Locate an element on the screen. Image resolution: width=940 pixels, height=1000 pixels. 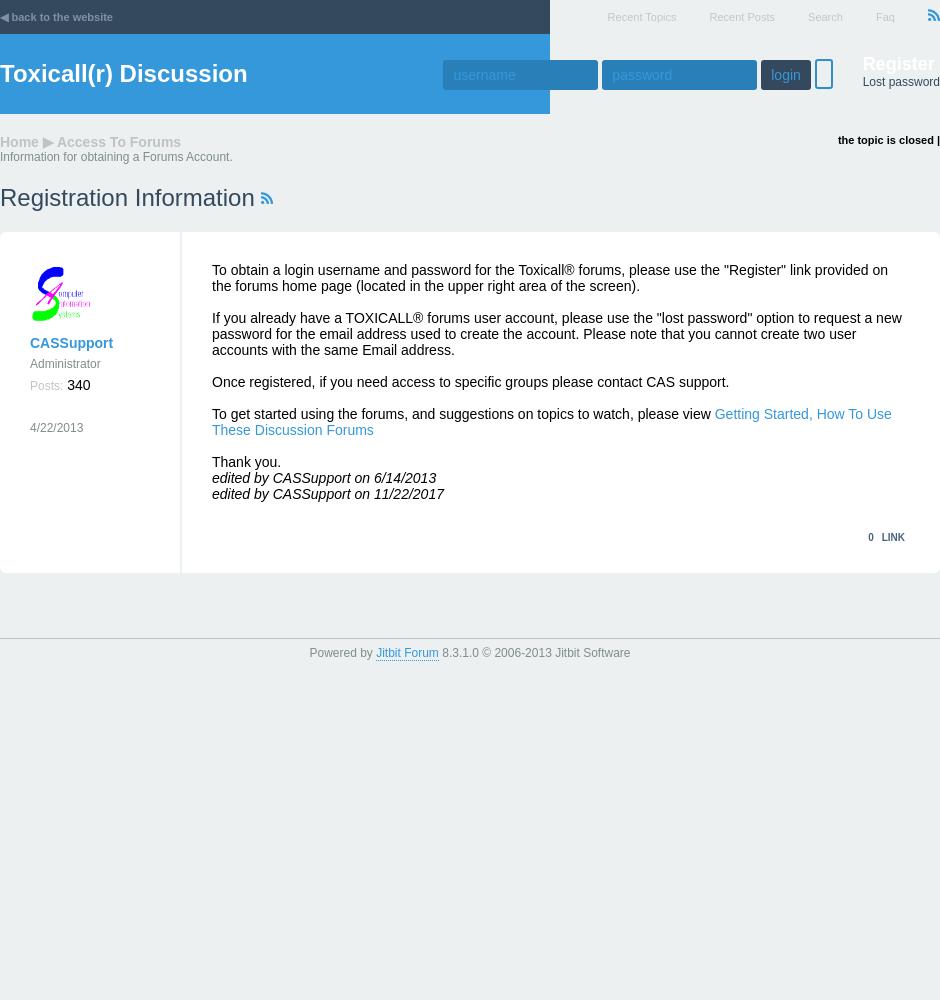
'◀ back to the website' is located at coordinates (55, 17).